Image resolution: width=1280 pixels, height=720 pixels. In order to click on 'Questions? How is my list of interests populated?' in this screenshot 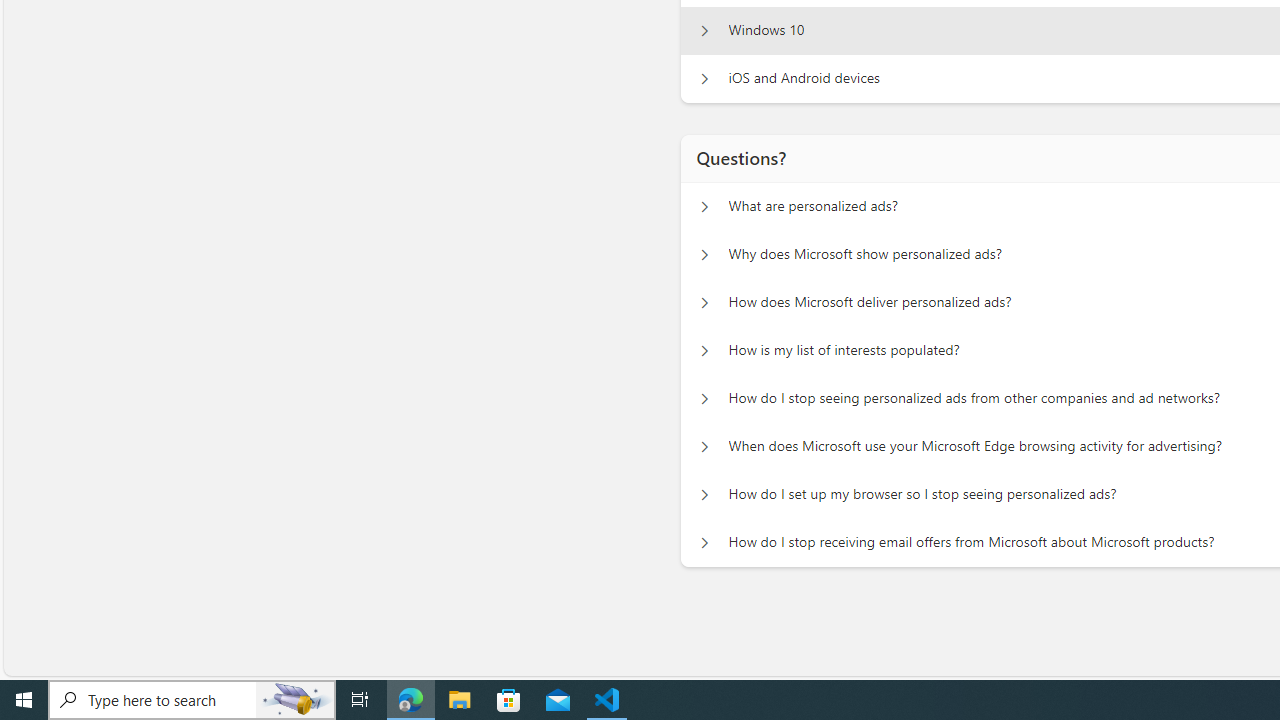, I will do `click(704, 350)`.